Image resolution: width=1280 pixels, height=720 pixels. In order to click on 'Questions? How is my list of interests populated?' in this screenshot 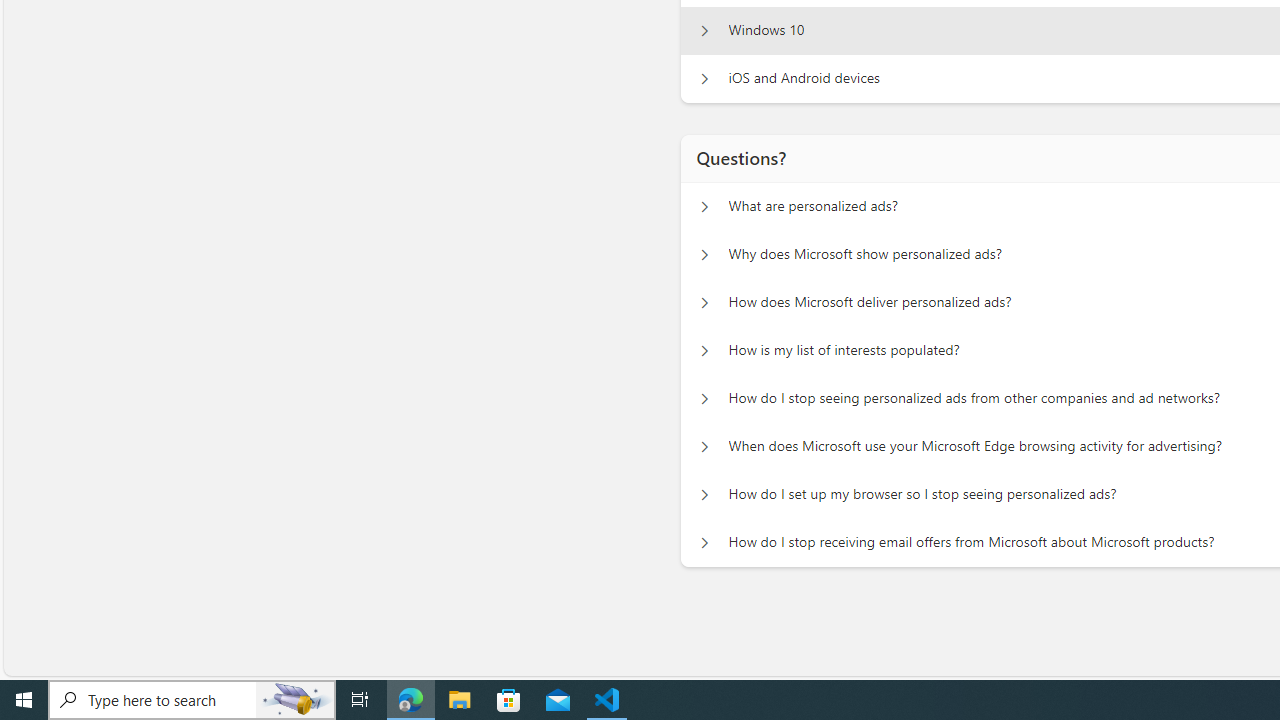, I will do `click(704, 350)`.